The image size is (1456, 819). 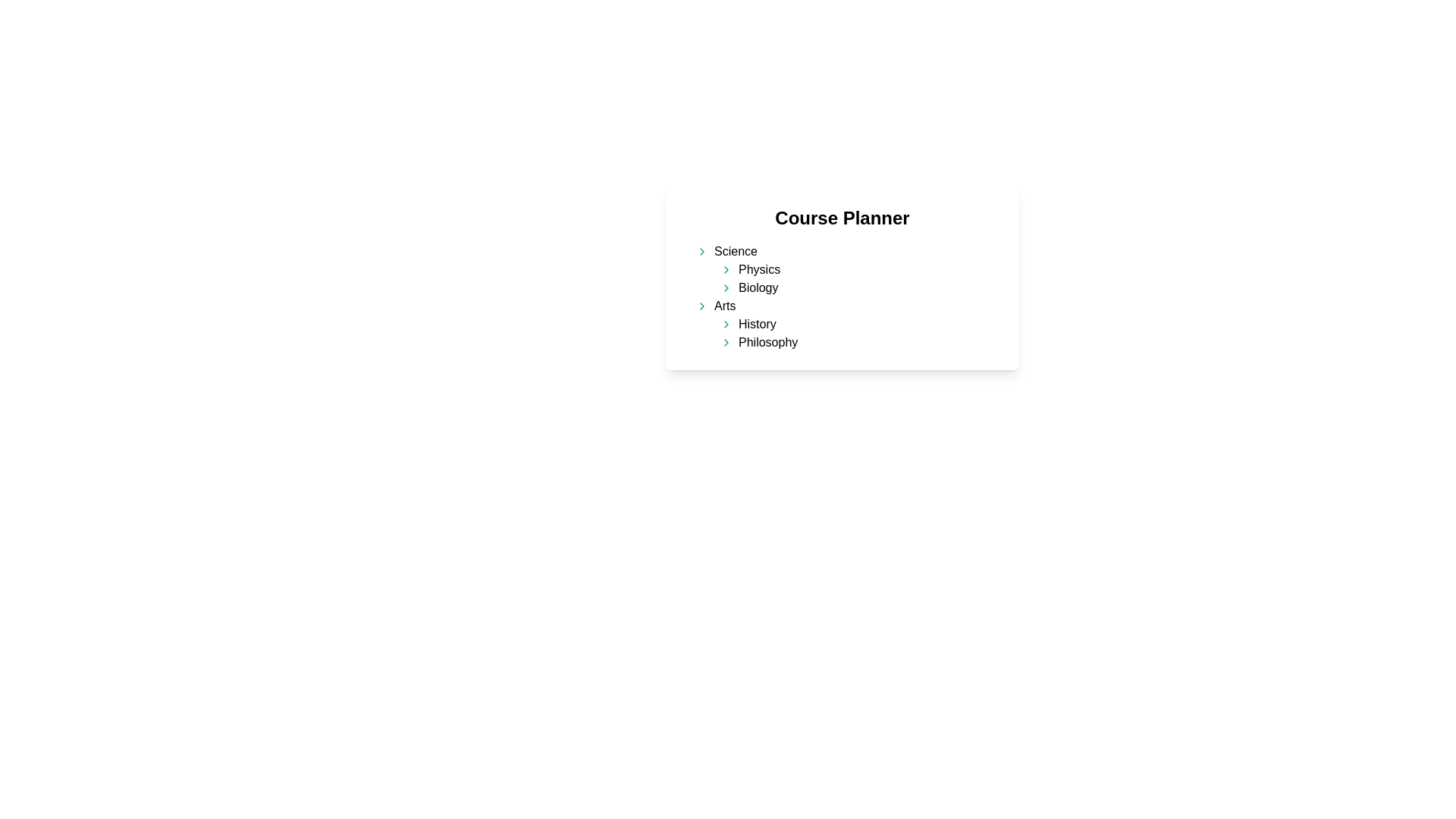 What do you see at coordinates (701, 250) in the screenshot?
I see `the Chevron Icon located in the top-left area of the list under 'Course Planner' to potentially see a tooltip` at bounding box center [701, 250].